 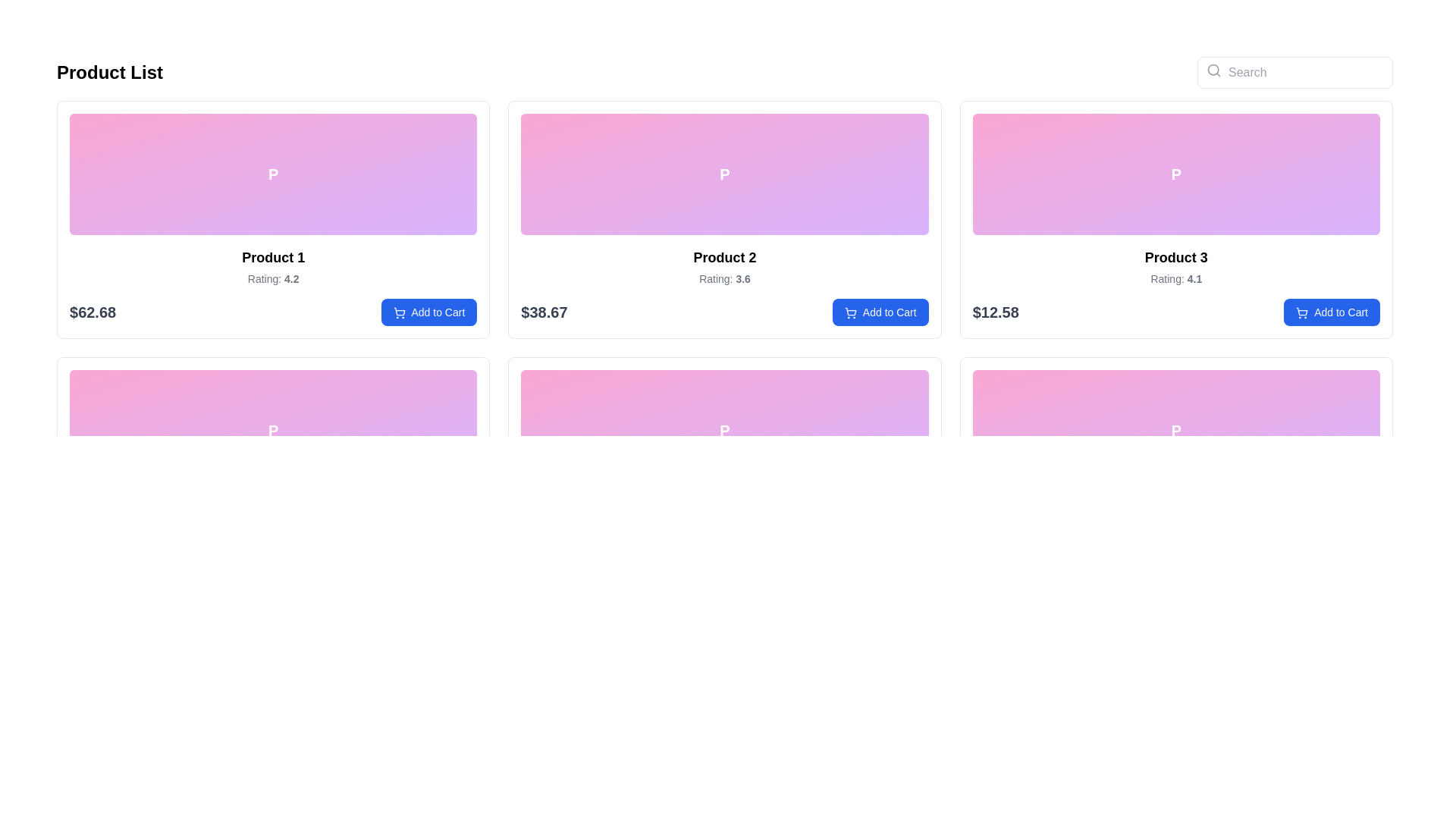 What do you see at coordinates (108, 73) in the screenshot?
I see `the bold, large text label displaying 'Product List' located at the top-left corner of the interface` at bounding box center [108, 73].